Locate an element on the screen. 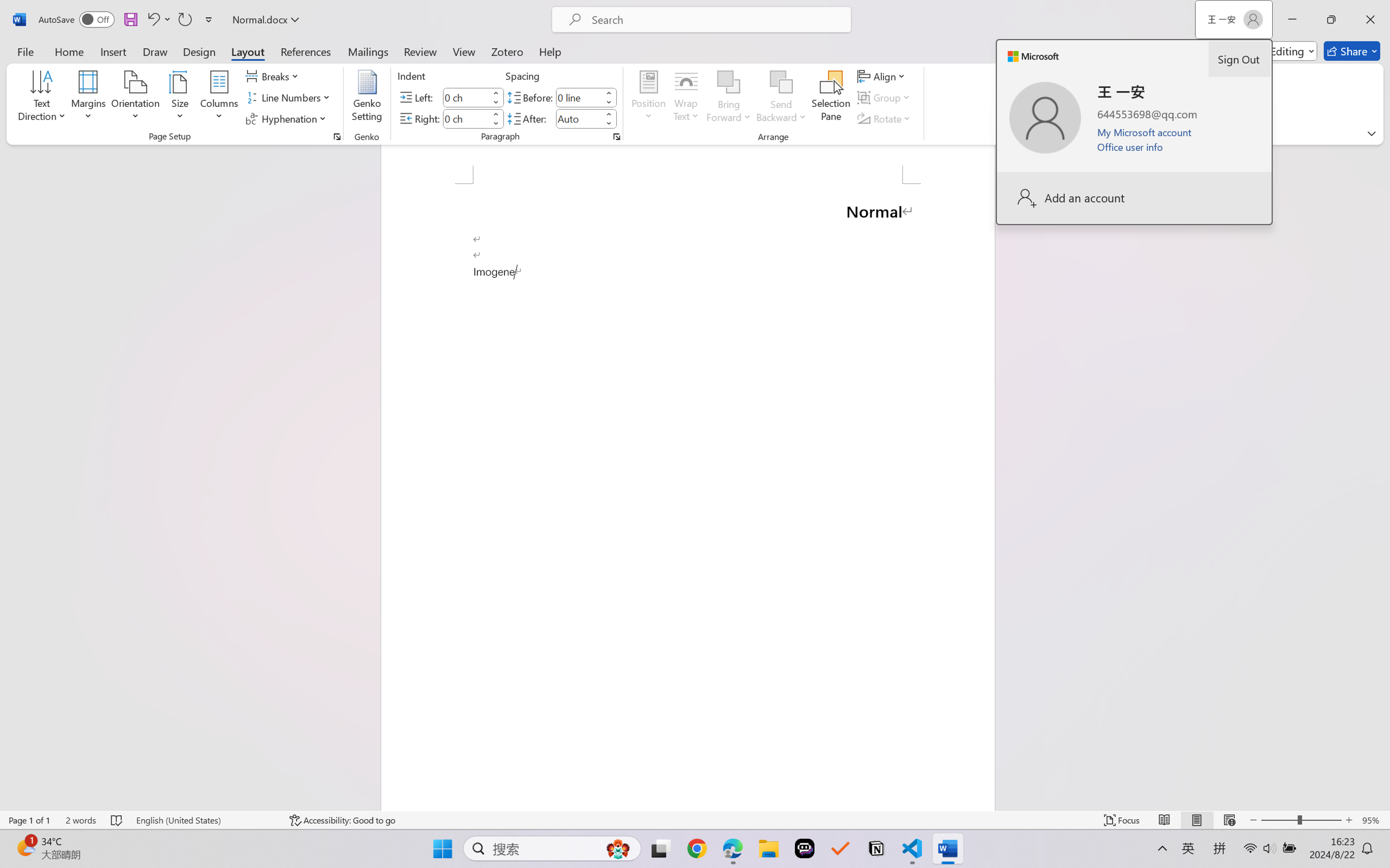  'Align' is located at coordinates (882, 75).